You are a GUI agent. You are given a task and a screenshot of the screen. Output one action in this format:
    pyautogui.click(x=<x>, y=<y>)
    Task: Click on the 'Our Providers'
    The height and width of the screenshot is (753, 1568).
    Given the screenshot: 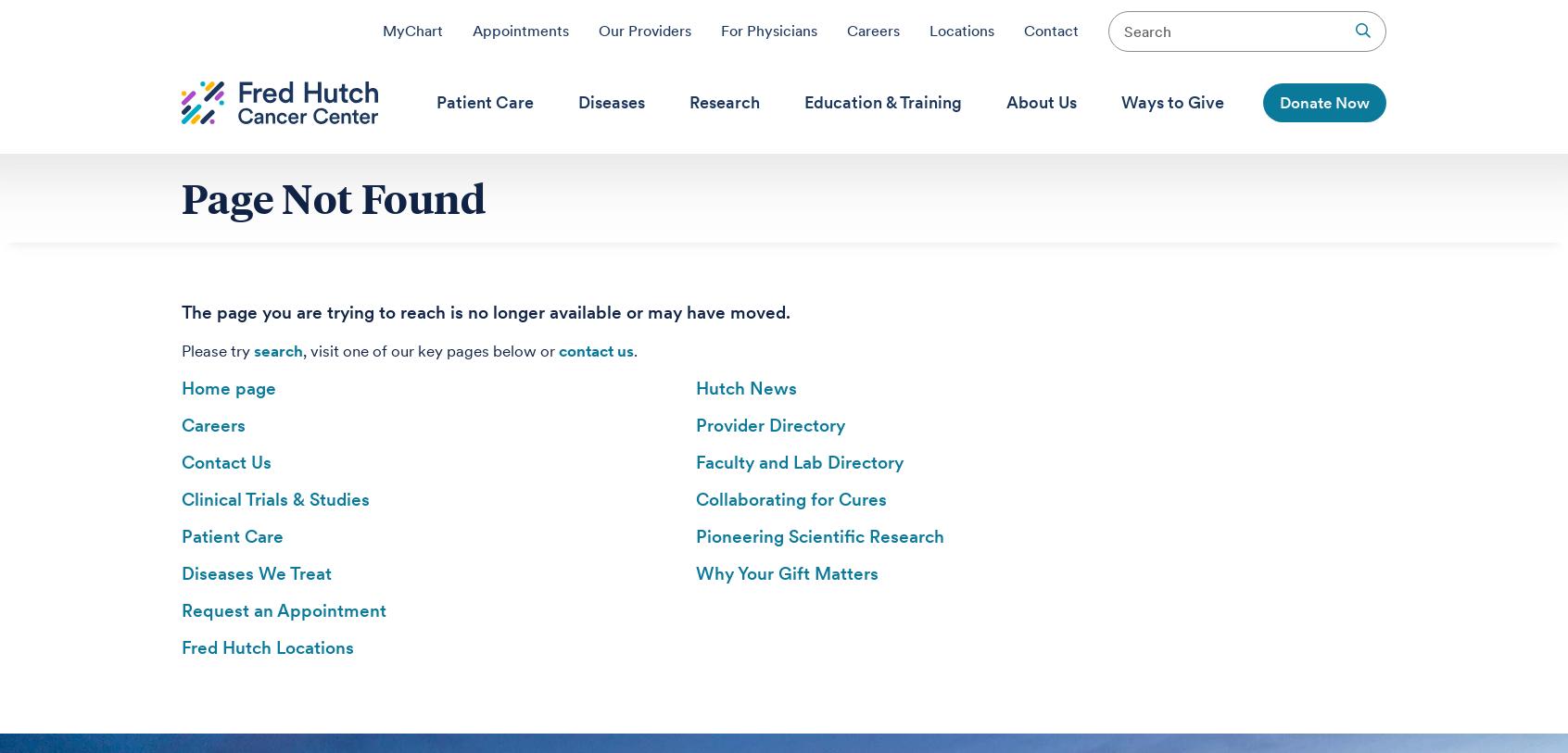 What is the action you would take?
    pyautogui.click(x=644, y=30)
    